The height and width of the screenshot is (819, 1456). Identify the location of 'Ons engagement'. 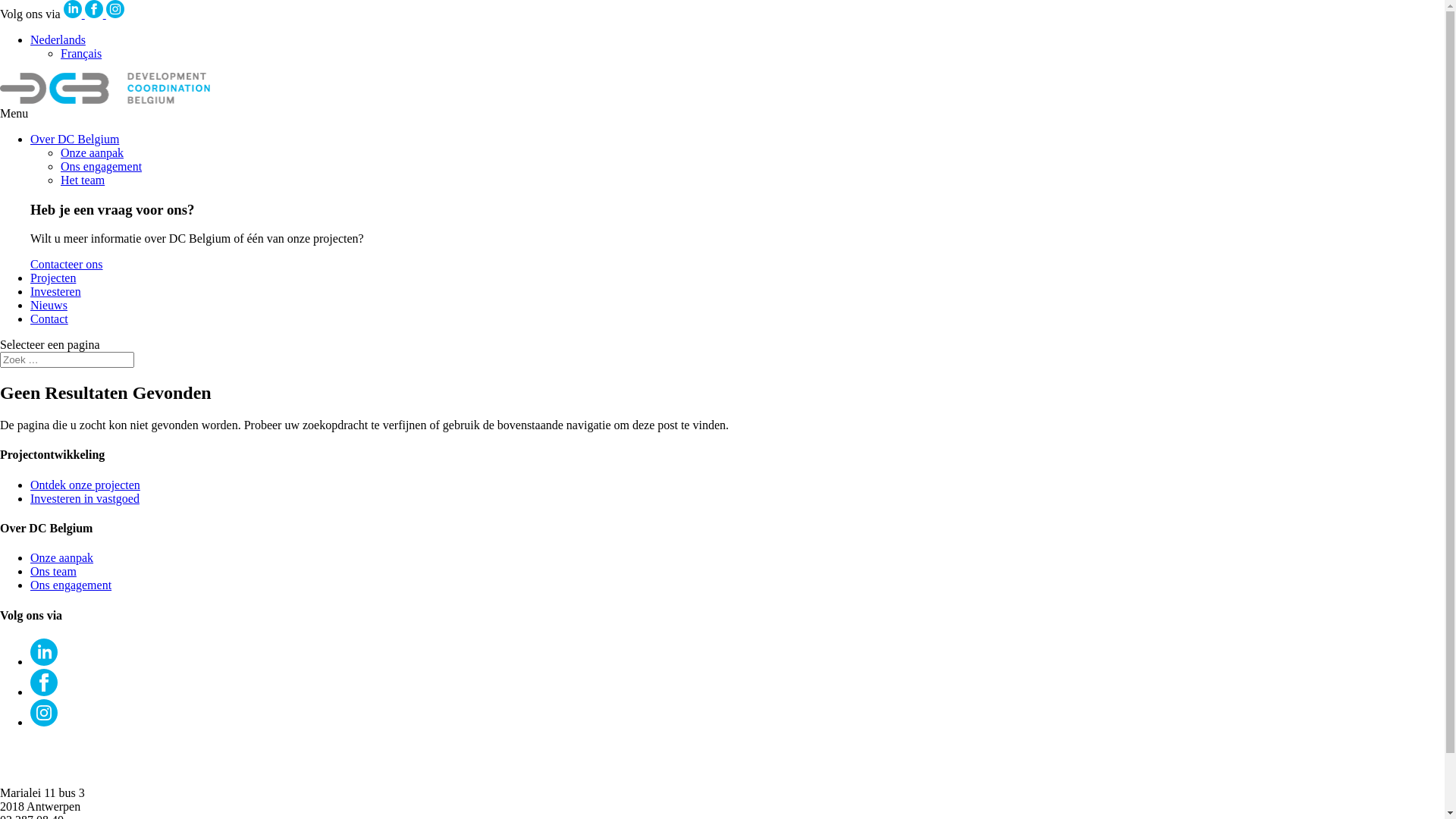
(70, 584).